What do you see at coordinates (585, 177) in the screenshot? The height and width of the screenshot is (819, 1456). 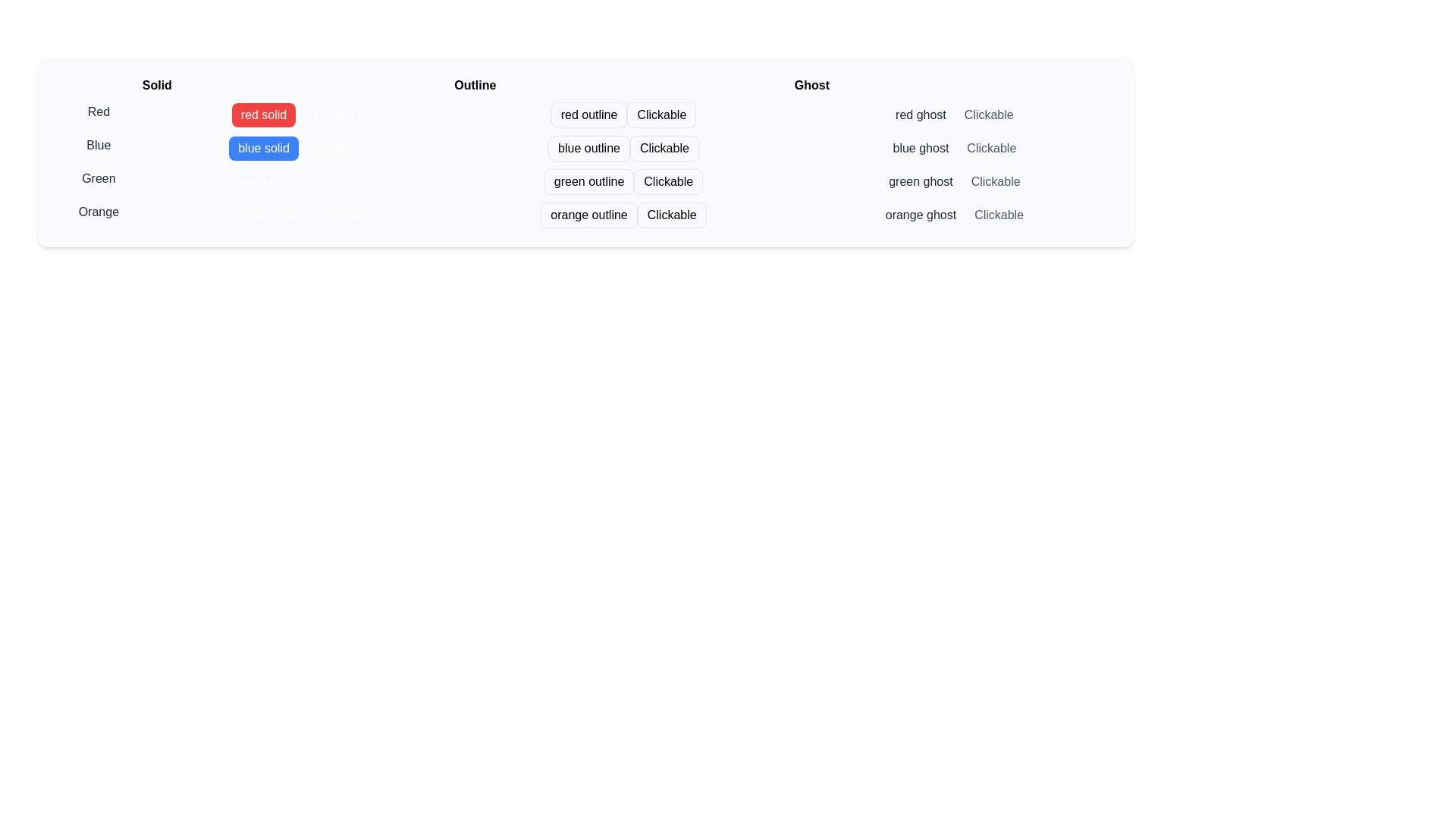 I see `the button styled with an outline theme located in the 'Green' row and 'Outline' column` at bounding box center [585, 177].